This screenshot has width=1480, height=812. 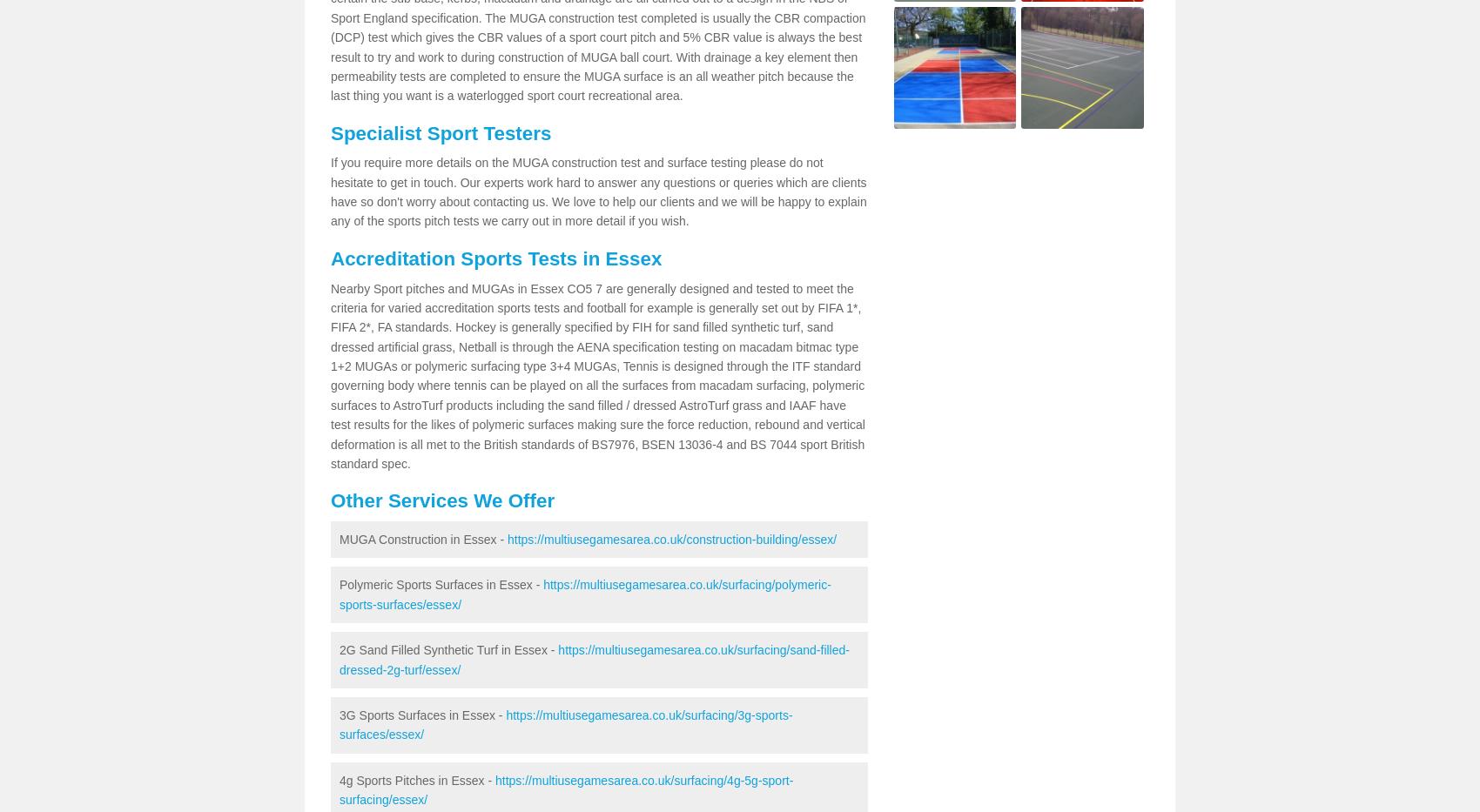 What do you see at coordinates (495, 258) in the screenshot?
I see `'Accreditation Sports Tests in Essex'` at bounding box center [495, 258].